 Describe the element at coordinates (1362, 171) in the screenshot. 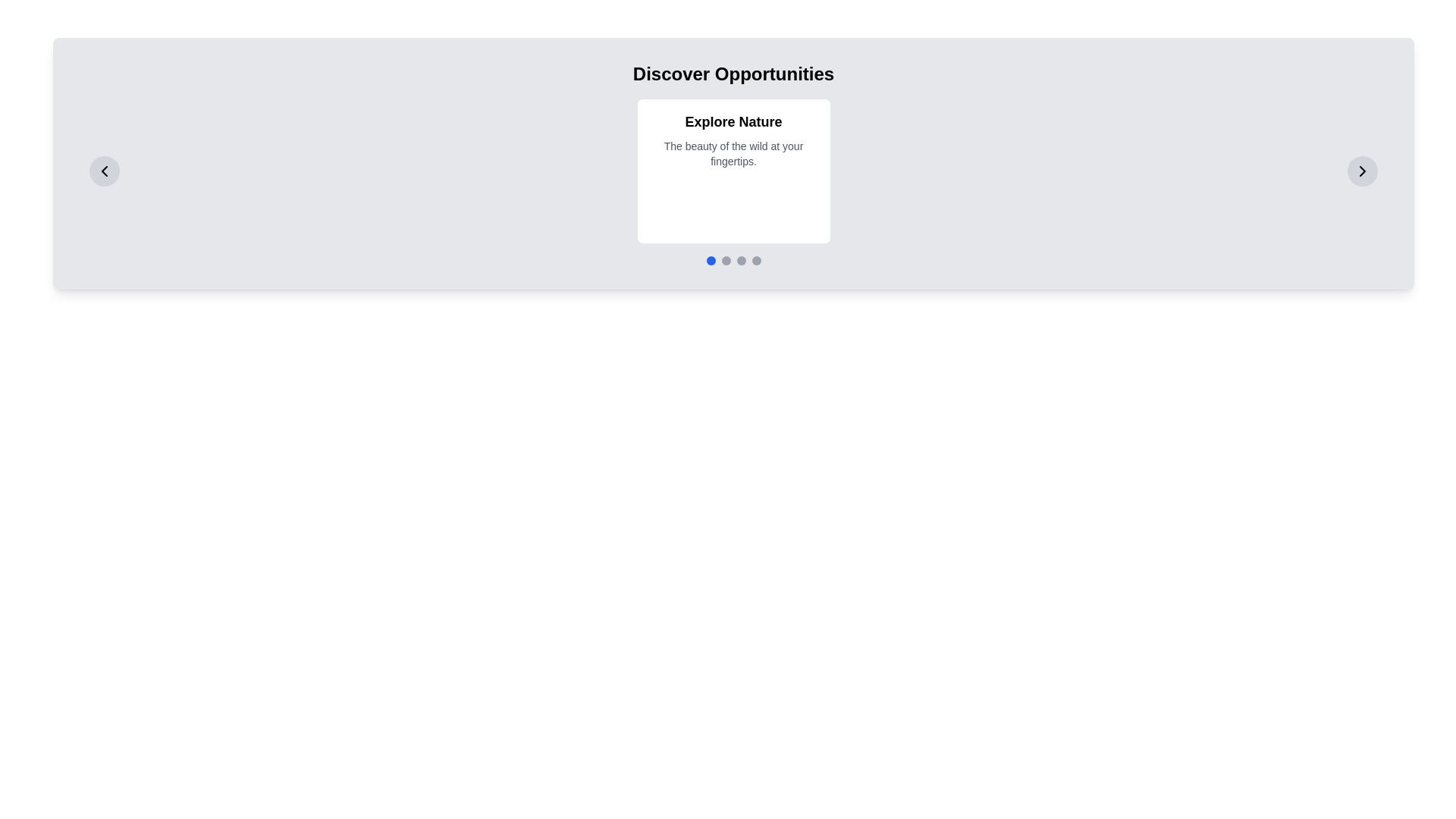

I see `the far-right navigation button` at that location.